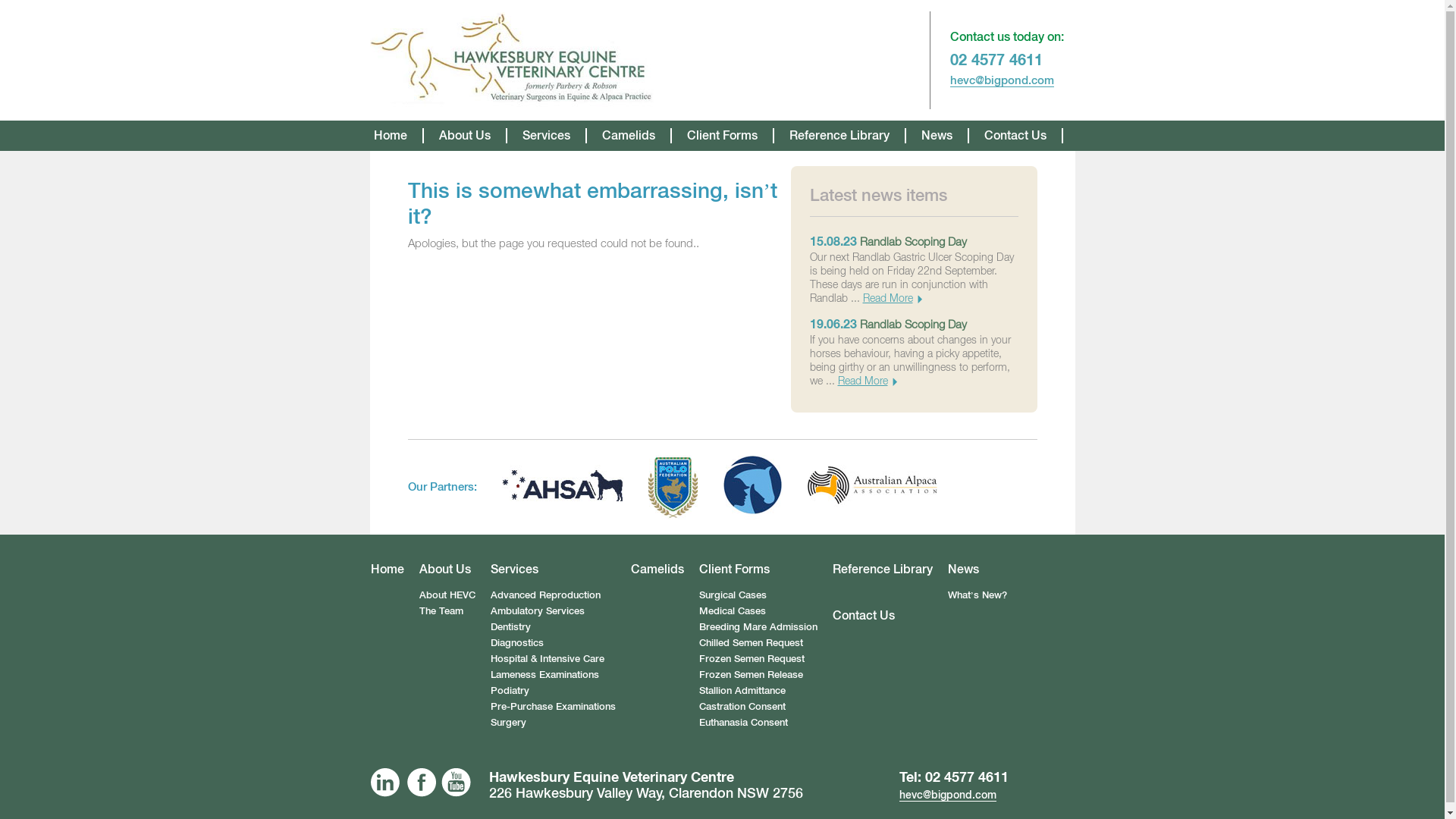 The height and width of the screenshot is (819, 1456). I want to click on 'The University Sydney', so click(723, 487).